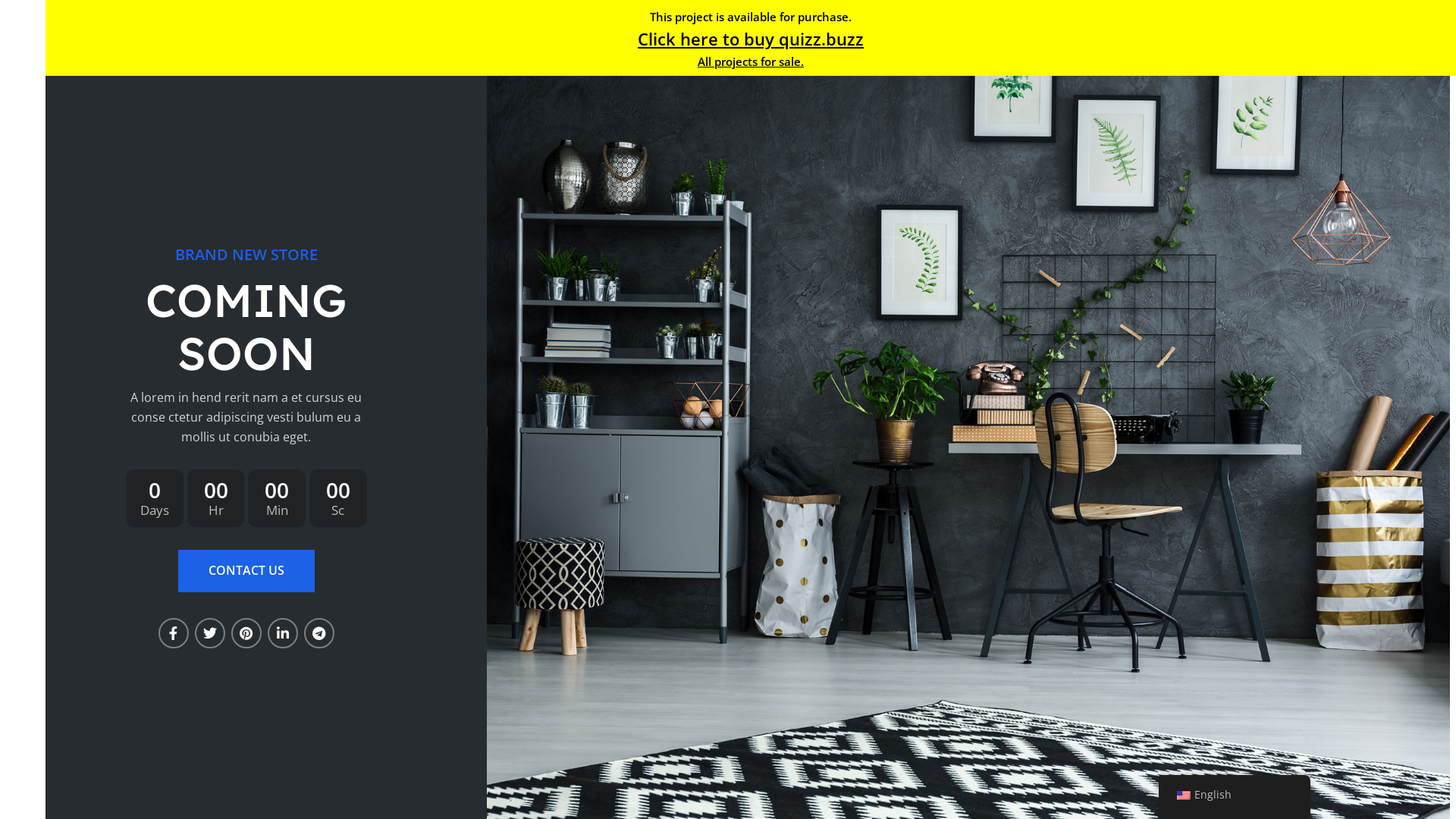 The image size is (1456, 819). I want to click on 'English', so click(1234, 795).